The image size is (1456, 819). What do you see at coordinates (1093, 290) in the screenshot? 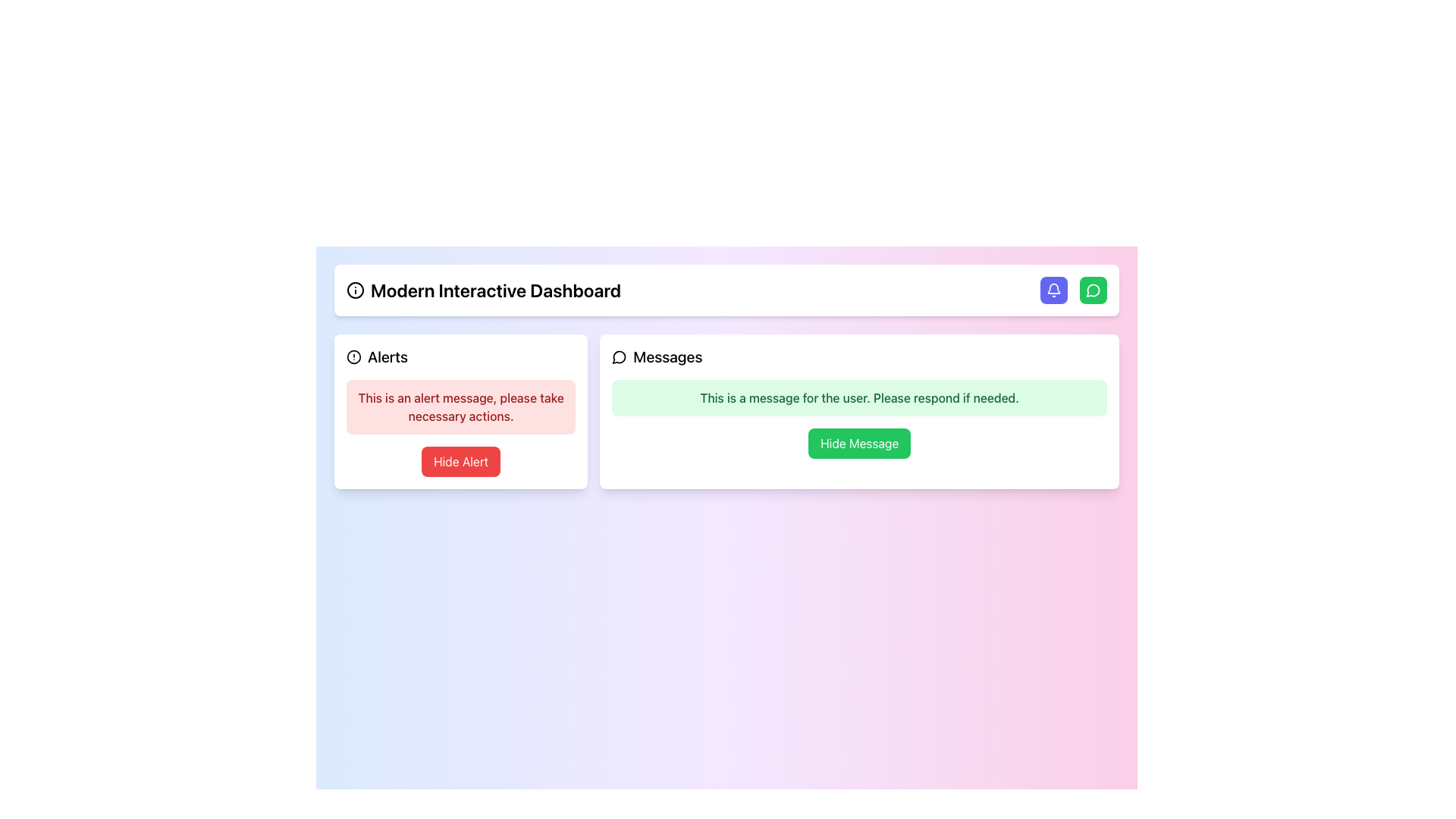
I see `the second button from the right in the top right corner of the interface, which has a speech bubble icon` at bounding box center [1093, 290].